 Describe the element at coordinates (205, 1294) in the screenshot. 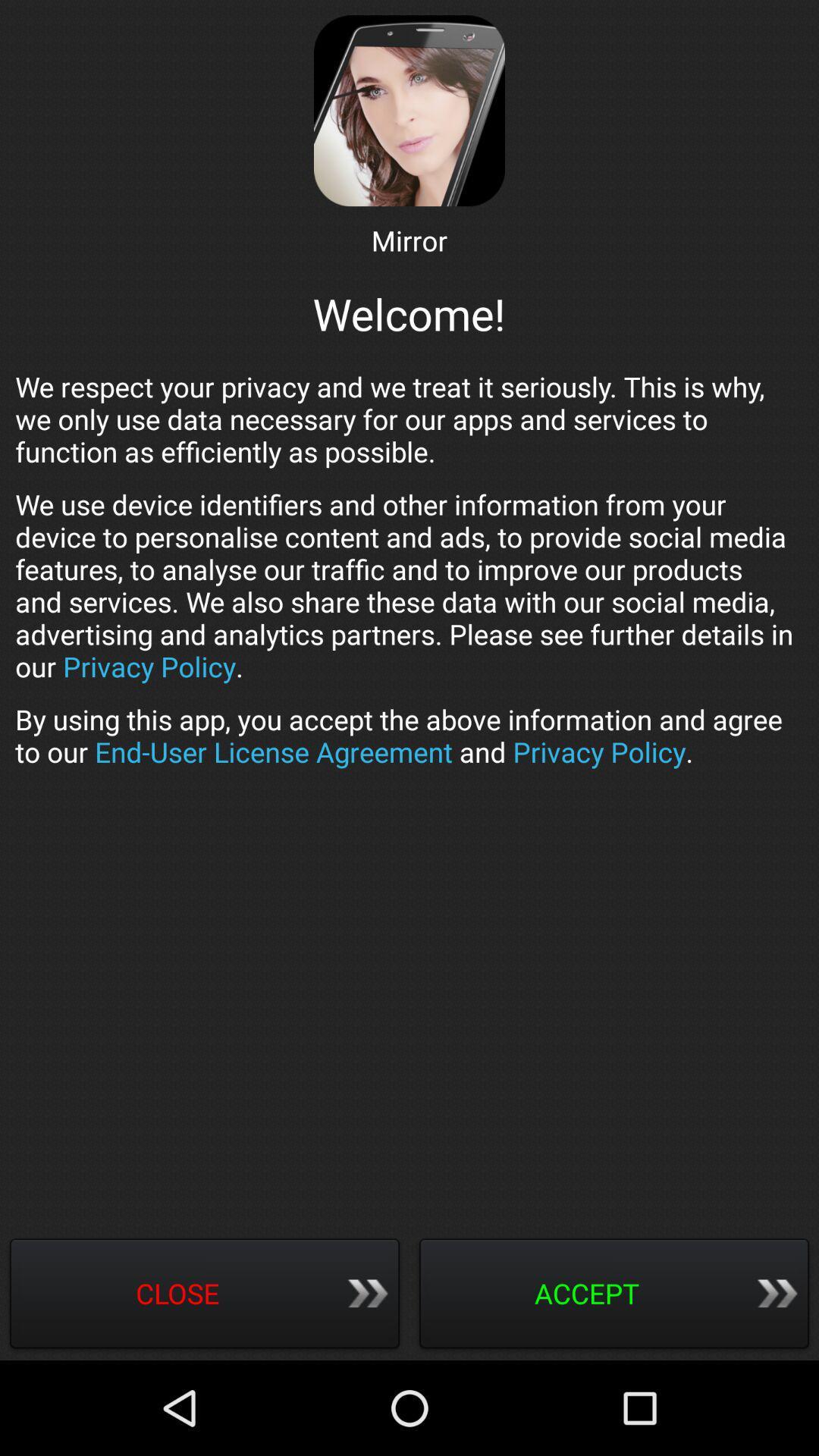

I see `close button` at that location.